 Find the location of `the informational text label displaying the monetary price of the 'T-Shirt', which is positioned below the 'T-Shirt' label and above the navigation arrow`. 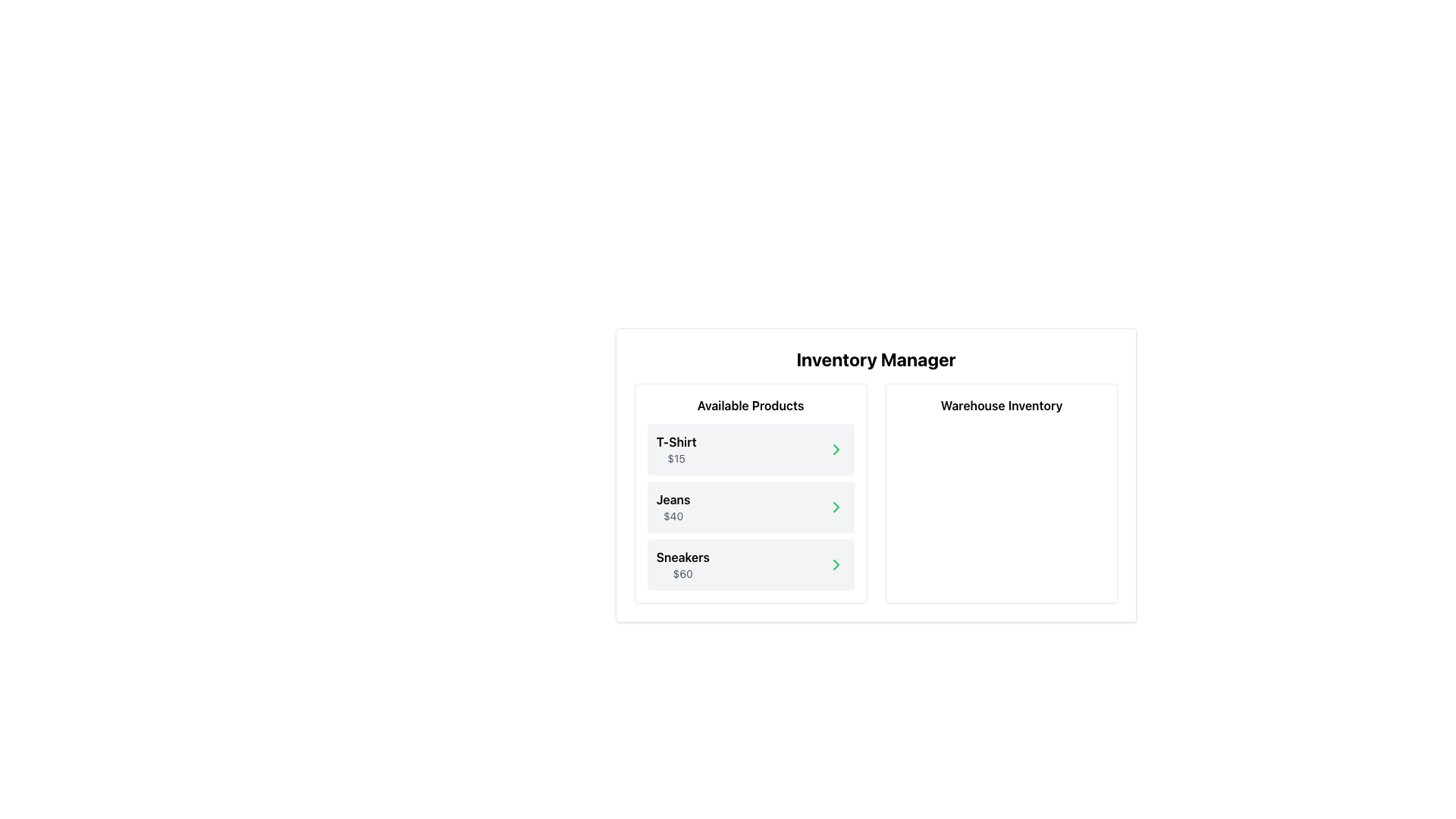

the informational text label displaying the monetary price of the 'T-Shirt', which is positioned below the 'T-Shirt' label and above the navigation arrow is located at coordinates (676, 458).